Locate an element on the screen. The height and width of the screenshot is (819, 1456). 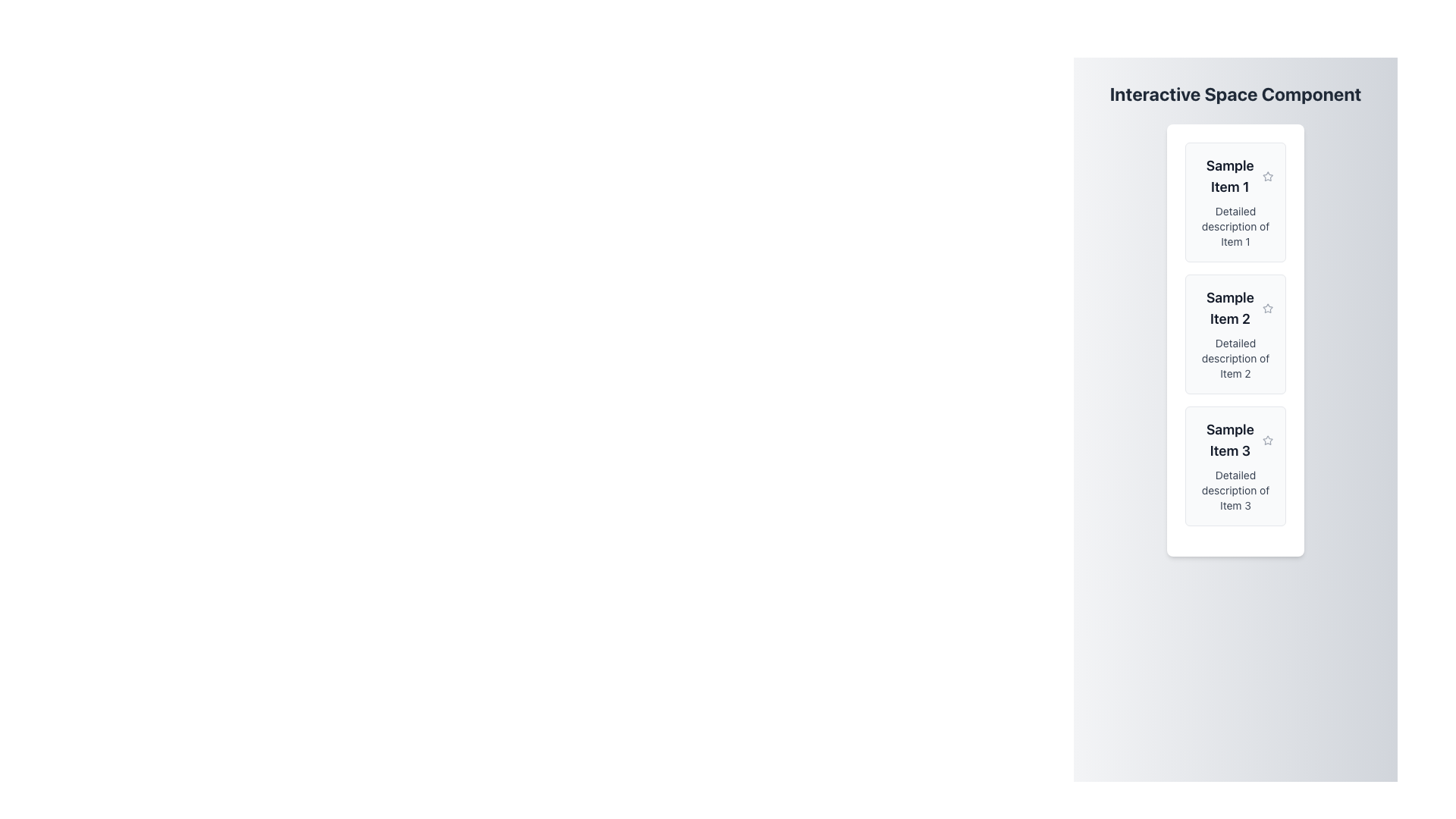
the text label that reads 'Detailed description of Item 3', which is styled with a small, light gray font and positioned below the 'Sample Item 3' title within the individual item card is located at coordinates (1235, 491).